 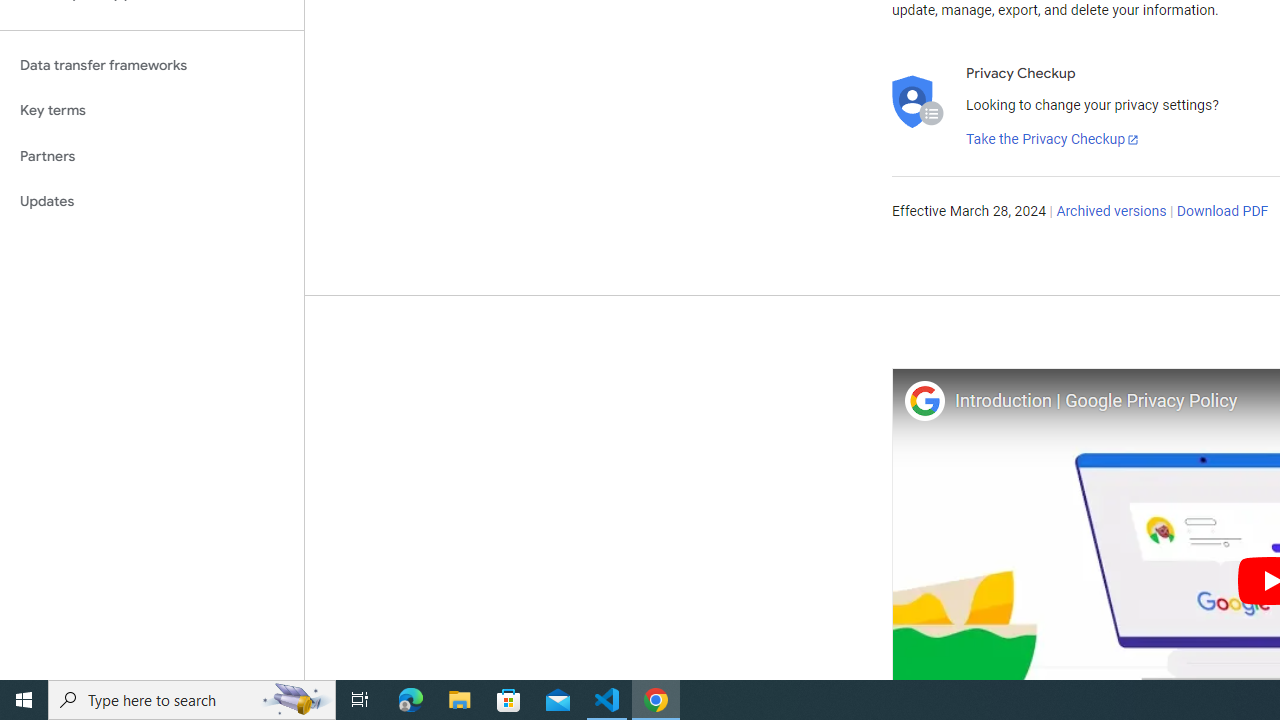 What do you see at coordinates (923, 400) in the screenshot?
I see `'Photo image of Google'` at bounding box center [923, 400].